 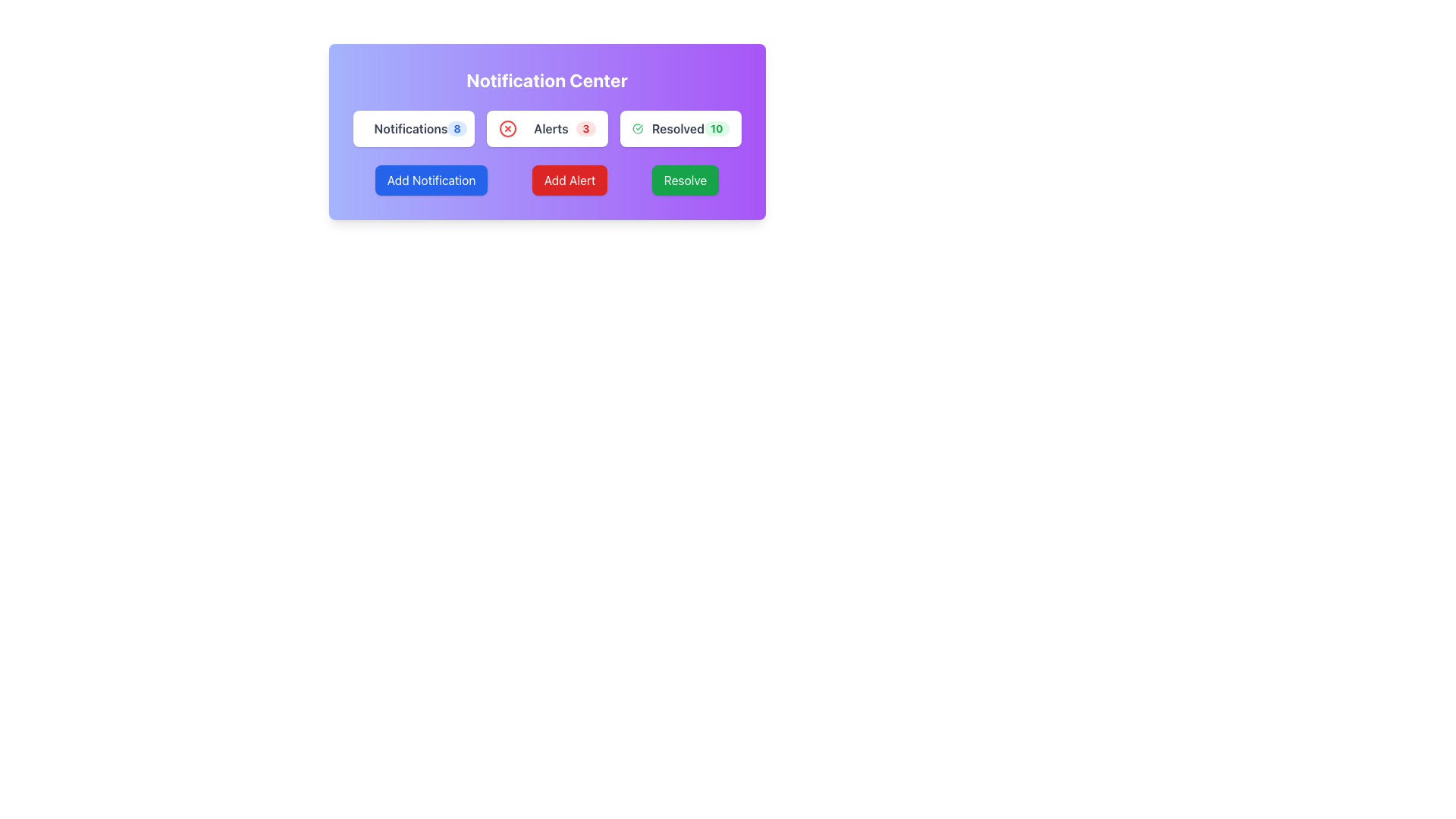 I want to click on the alert notification icon located to the left of the 'Alerts' text, so click(x=507, y=127).